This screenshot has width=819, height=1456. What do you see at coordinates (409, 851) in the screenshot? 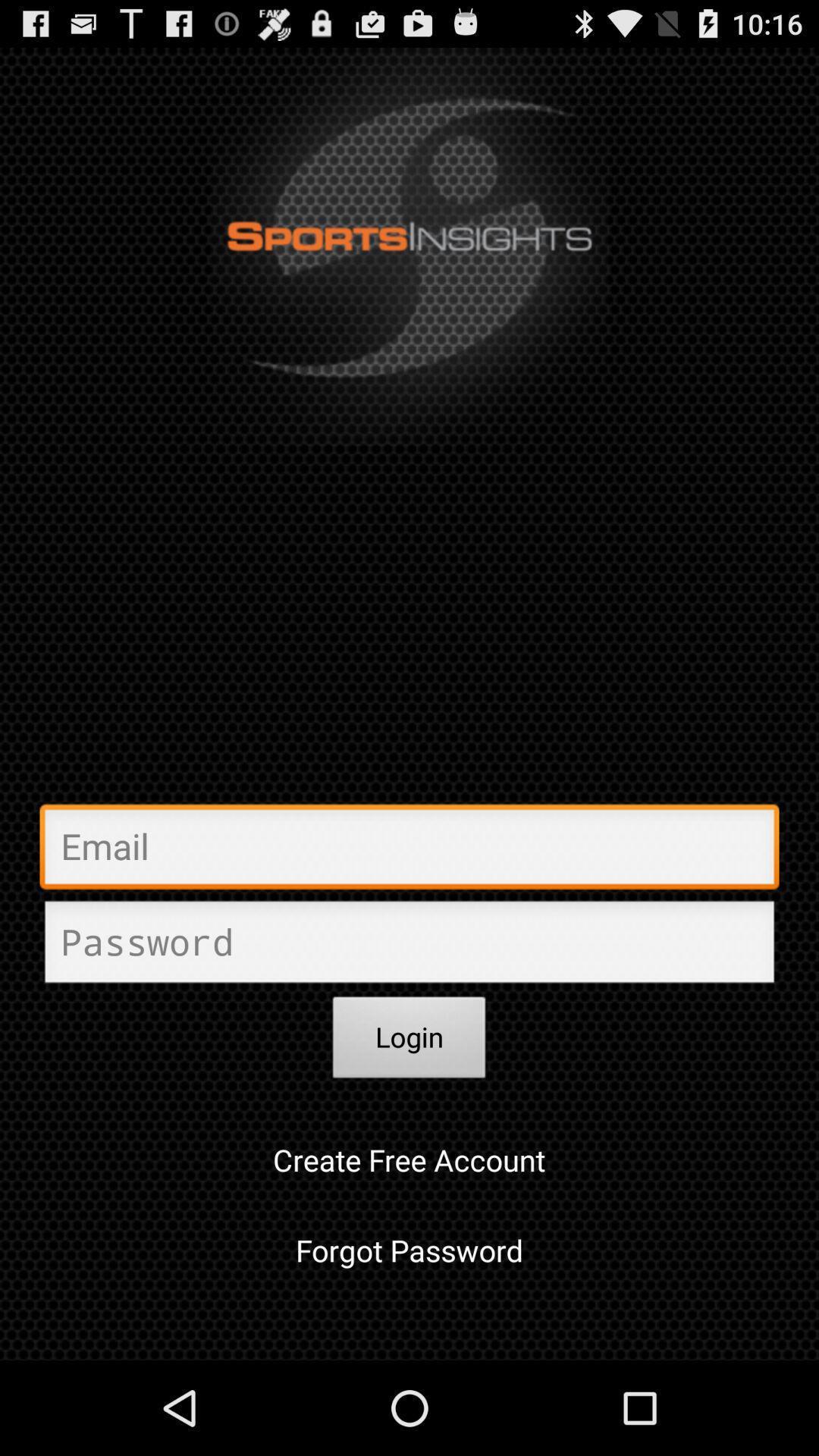
I see `the email` at bounding box center [409, 851].